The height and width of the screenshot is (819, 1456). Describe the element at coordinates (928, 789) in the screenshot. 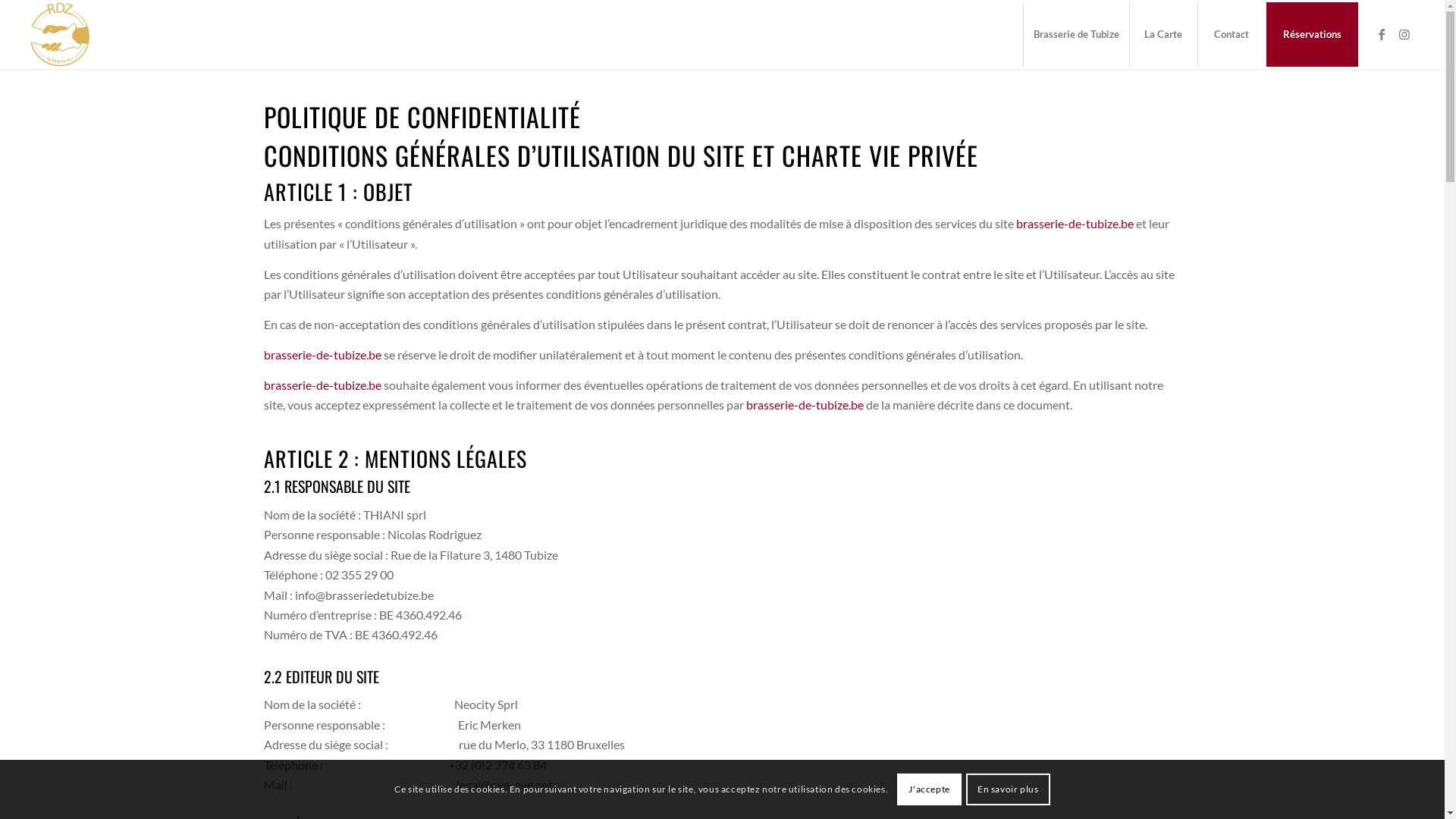

I see `'J'accepte'` at that location.